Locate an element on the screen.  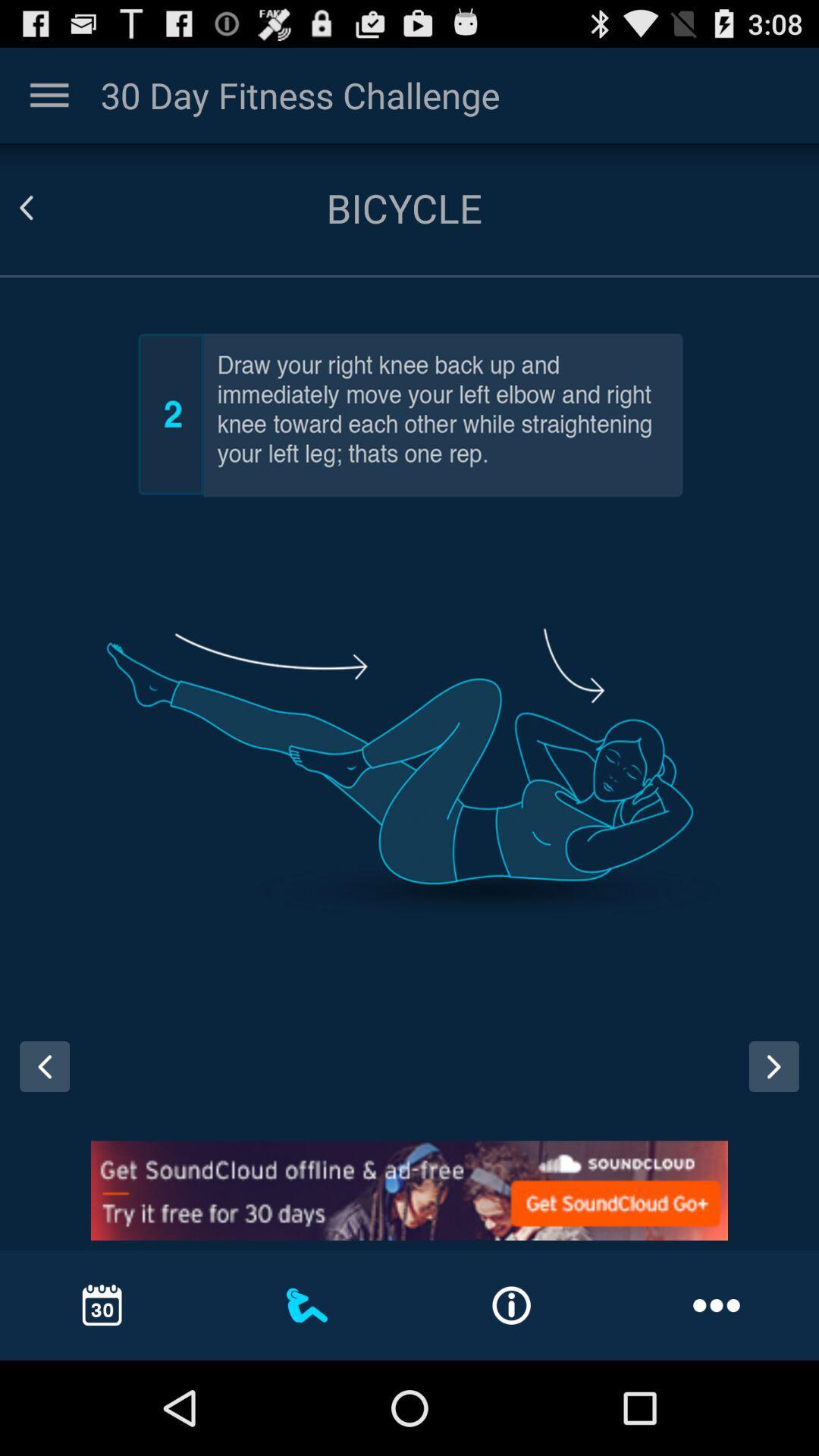
goto back is located at coordinates (44, 207).